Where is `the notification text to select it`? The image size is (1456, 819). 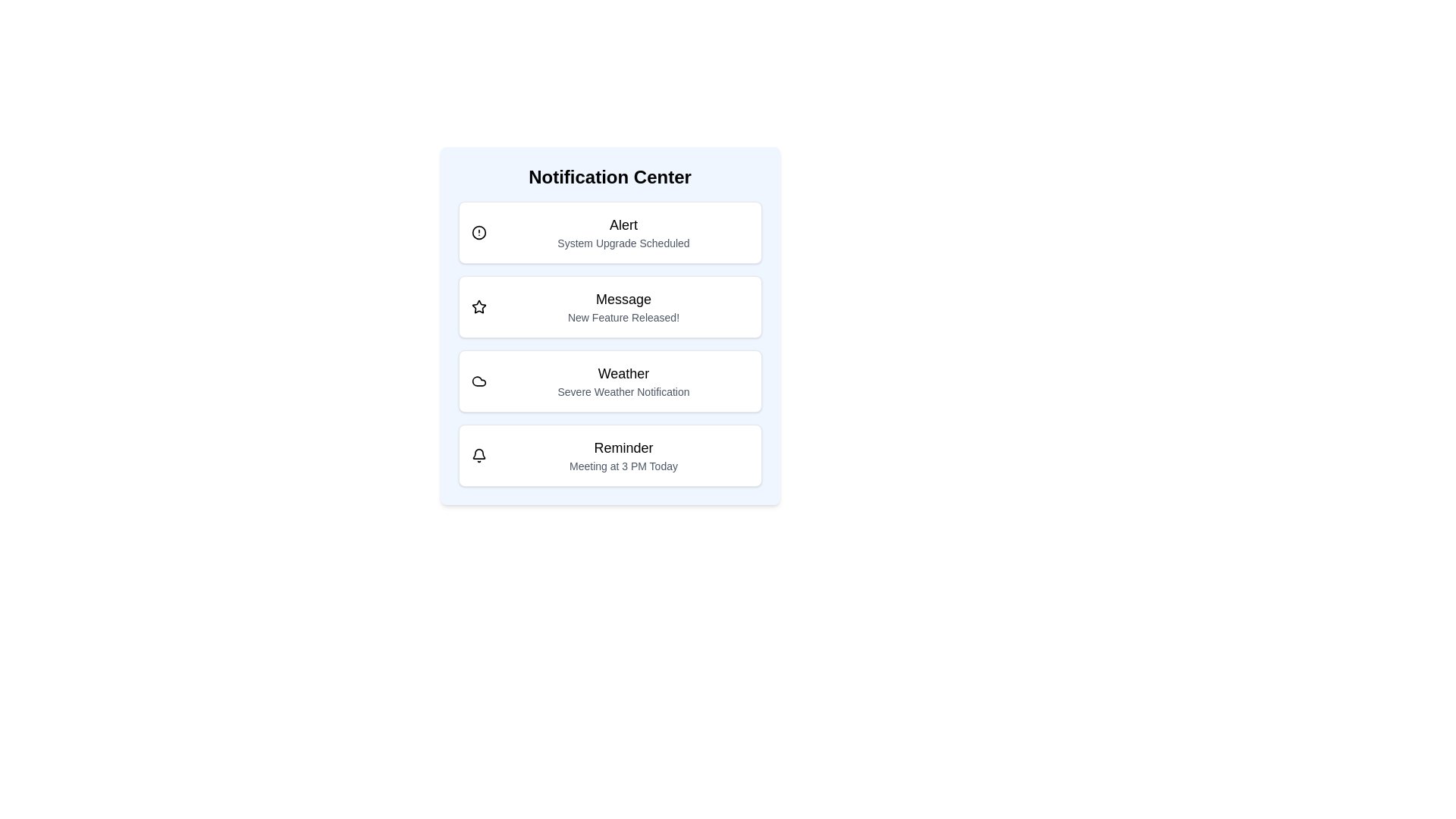
the notification text to select it is located at coordinates (610, 325).